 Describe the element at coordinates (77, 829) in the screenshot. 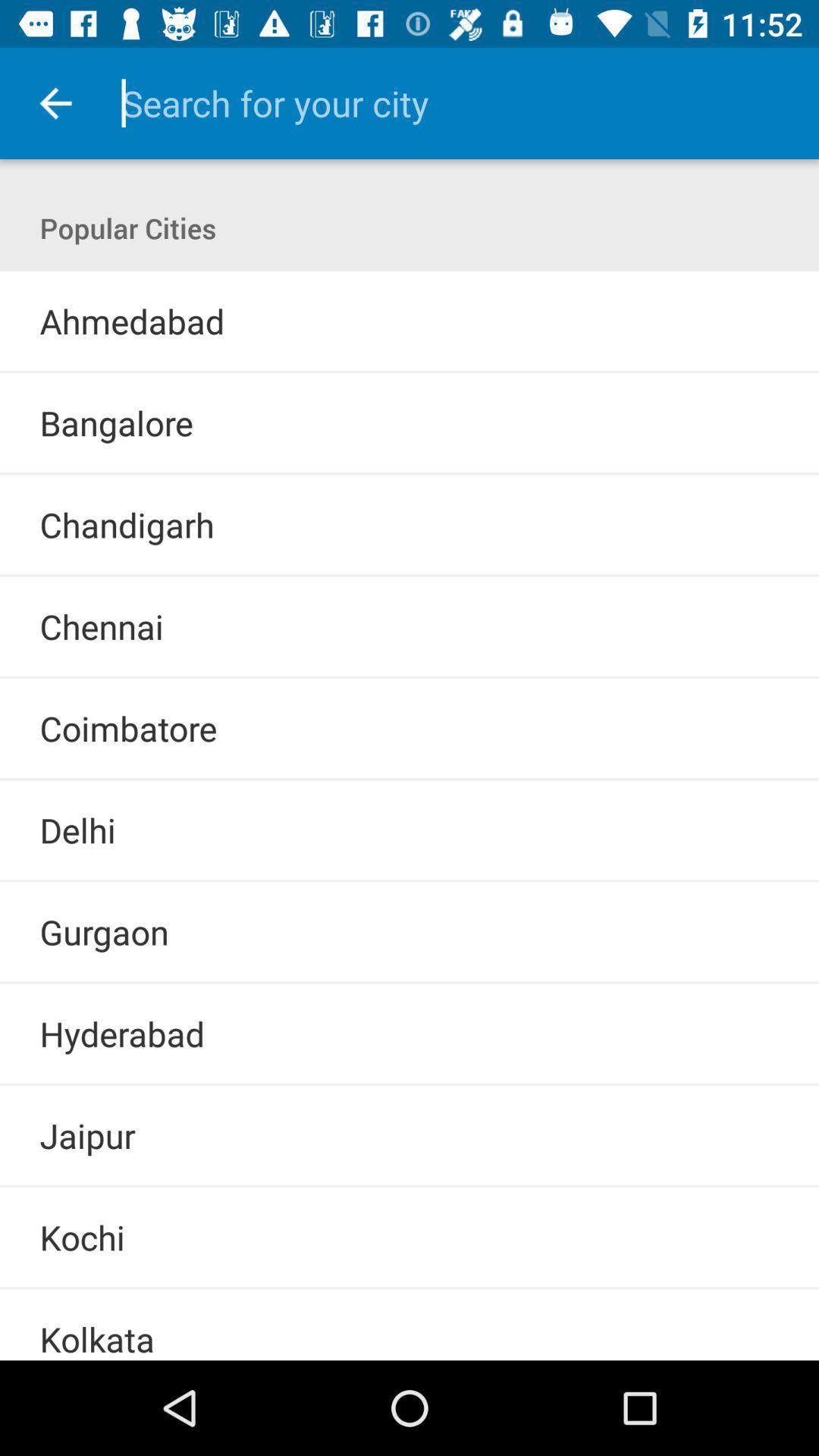

I see `delhi` at that location.